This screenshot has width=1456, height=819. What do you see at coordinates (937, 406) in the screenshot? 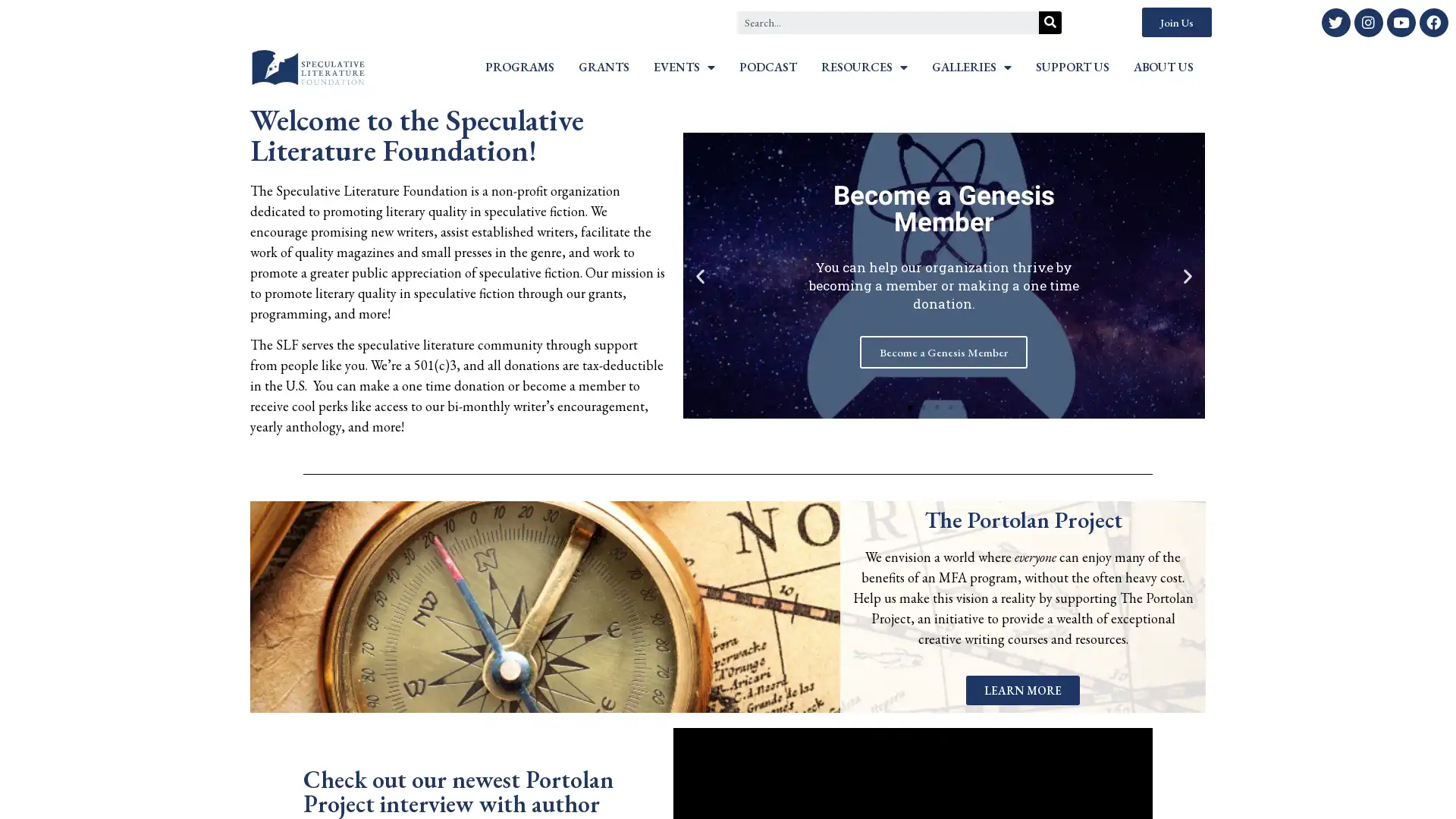
I see `Go to slide 3` at bounding box center [937, 406].